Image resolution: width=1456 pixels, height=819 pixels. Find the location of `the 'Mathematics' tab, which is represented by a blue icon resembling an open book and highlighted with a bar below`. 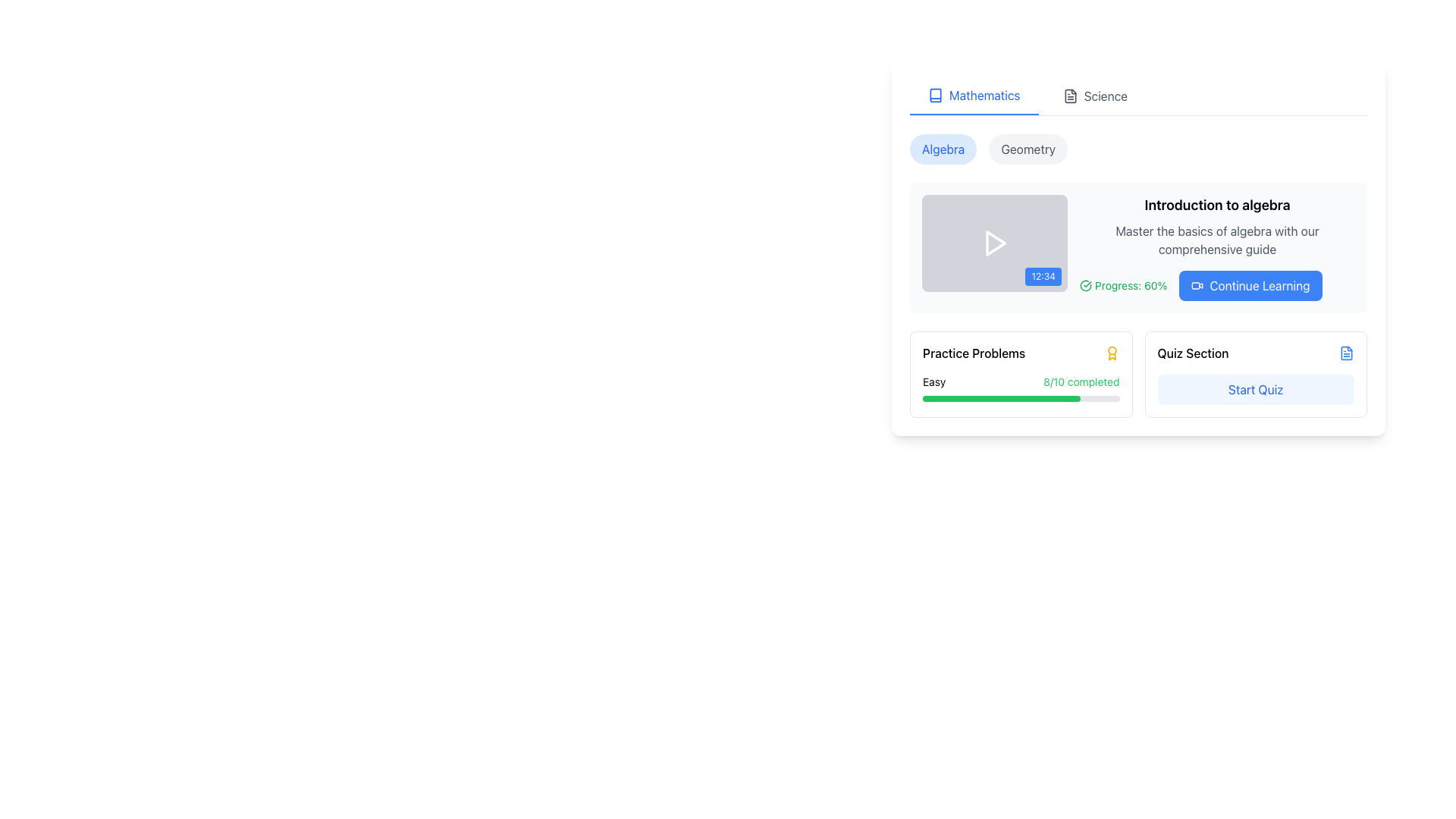

the 'Mathematics' tab, which is represented by a blue icon resembling an open book and highlighted with a bar below is located at coordinates (974, 96).